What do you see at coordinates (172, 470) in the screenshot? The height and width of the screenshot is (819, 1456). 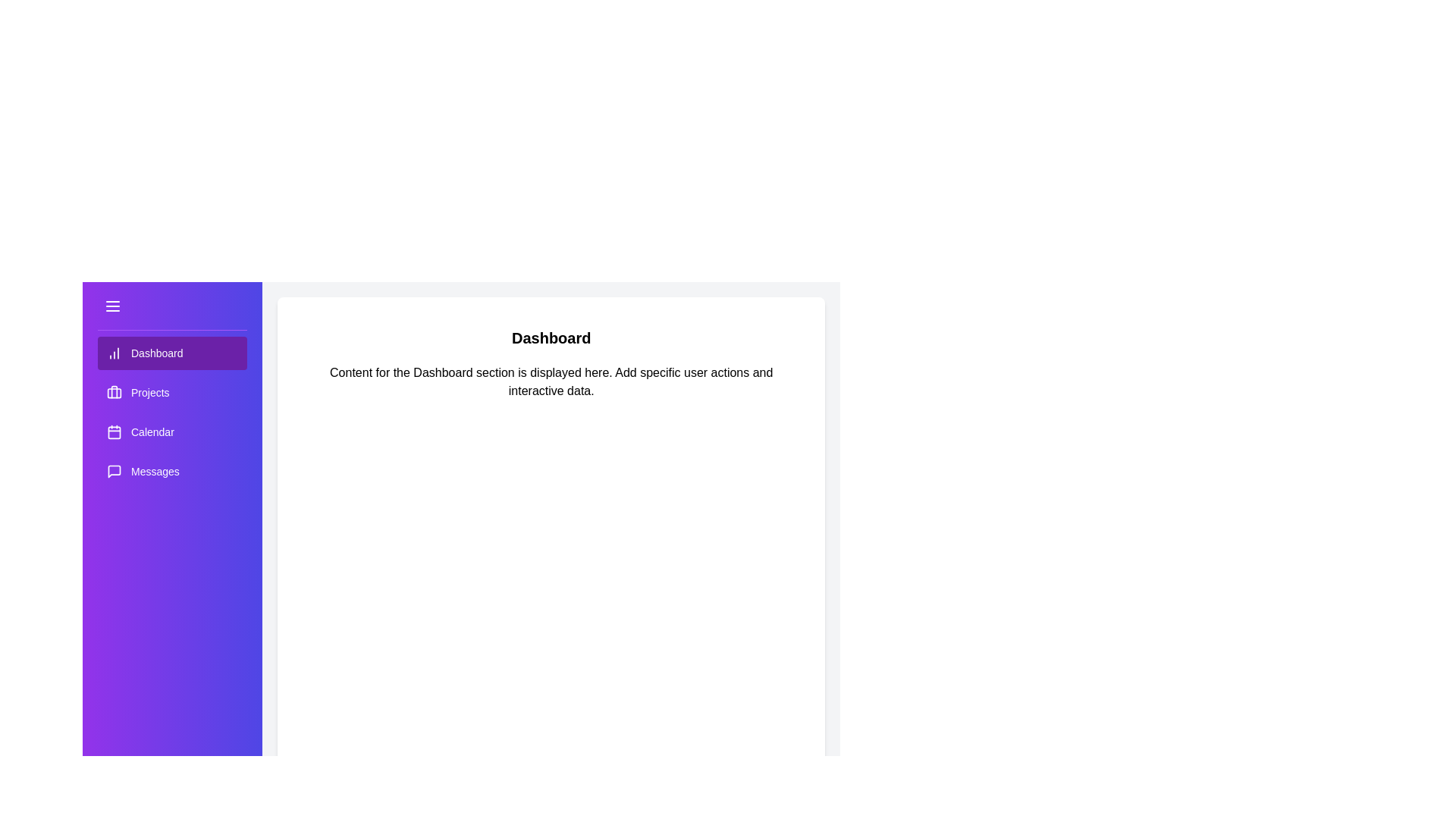 I see `the menu item labeled Messages to switch the content` at bounding box center [172, 470].